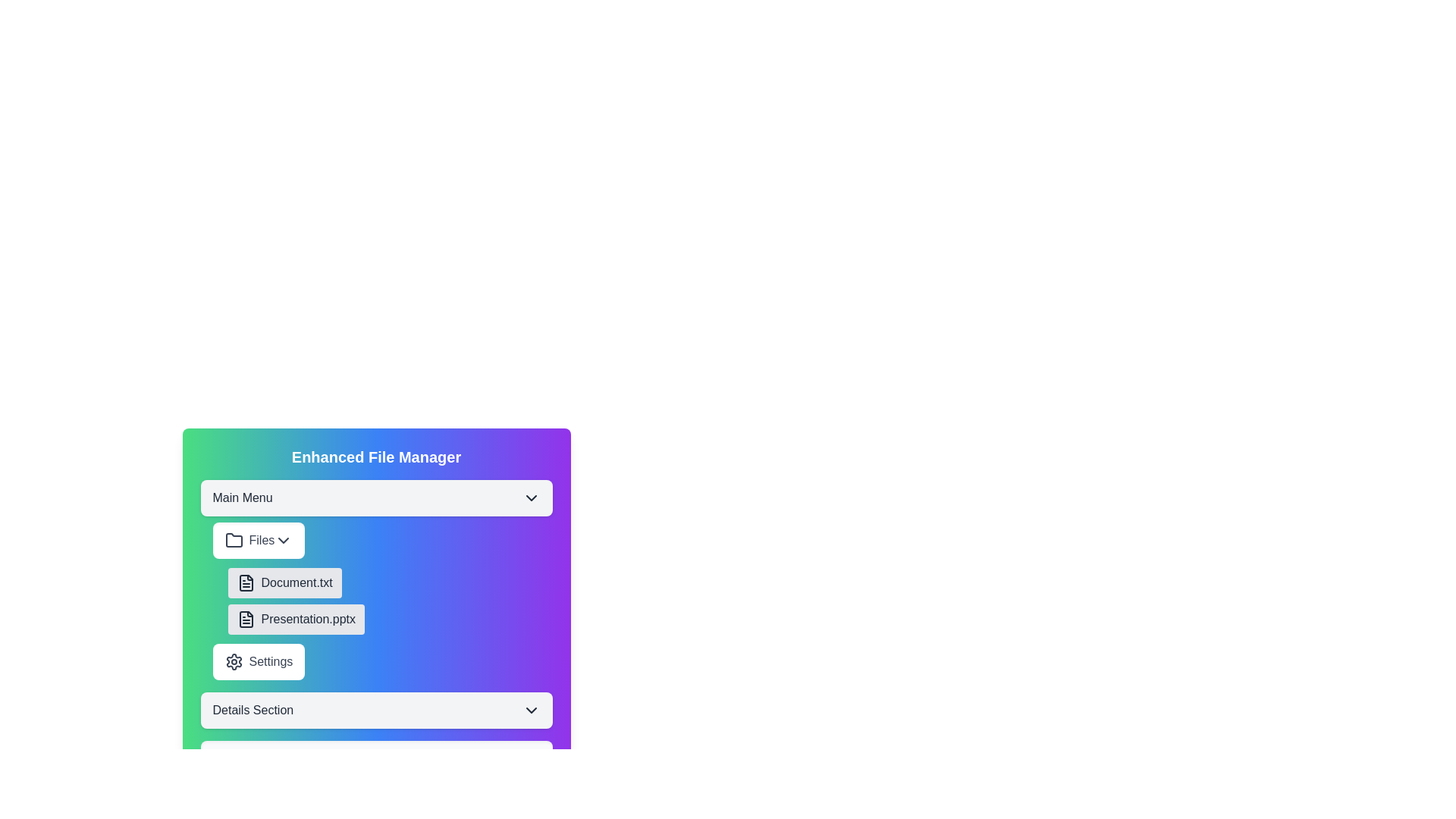 Image resolution: width=1456 pixels, height=819 pixels. Describe the element at coordinates (531, 711) in the screenshot. I see `the dropdown toggle icon located at the far-right of the 'Details Section'` at that location.